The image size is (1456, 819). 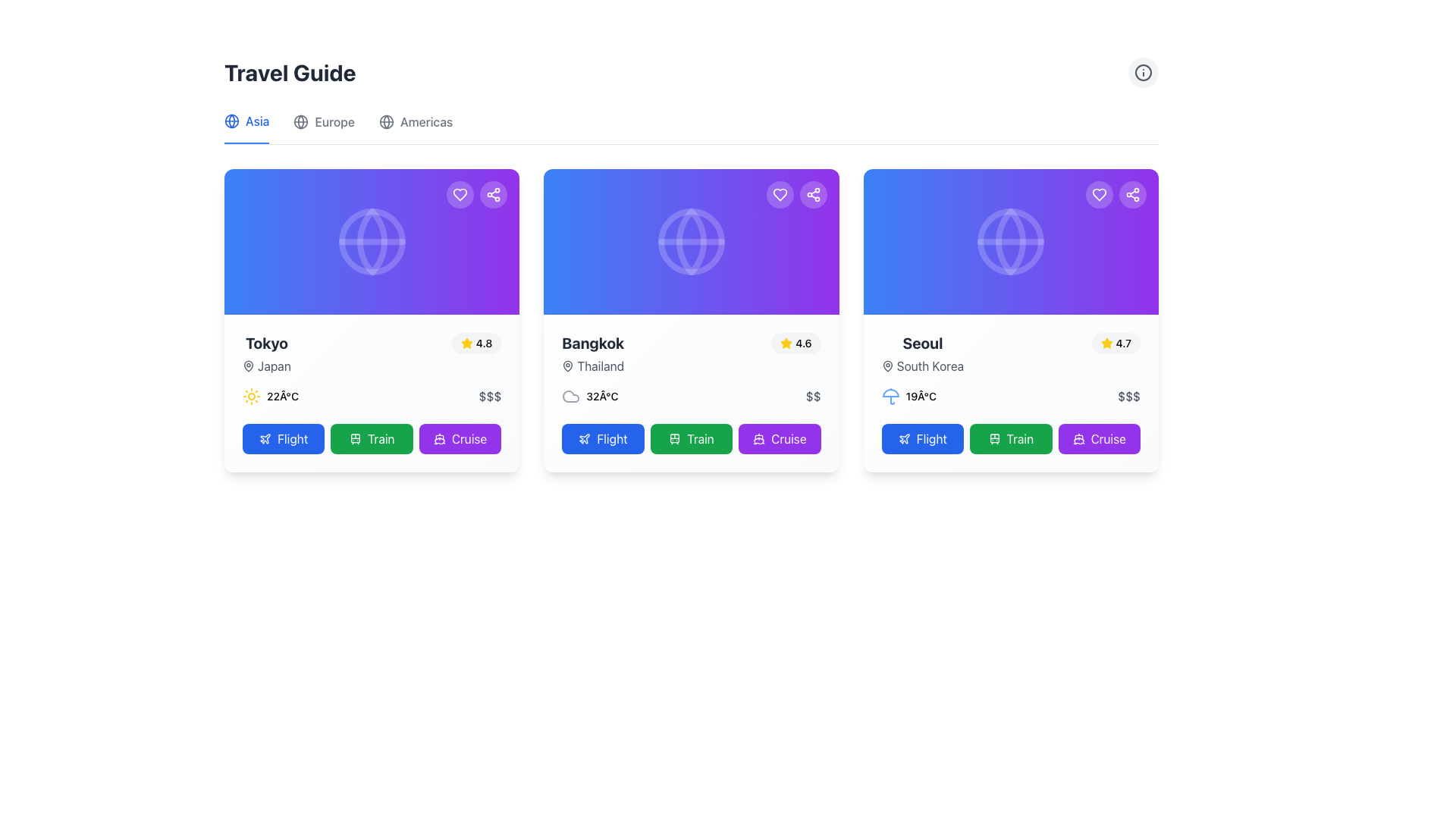 I want to click on text content of the label displaying 'Americas', which is the third item in a horizontal list of continent names, styled in gray color and positioned between 'Europe' and other content, so click(x=425, y=121).